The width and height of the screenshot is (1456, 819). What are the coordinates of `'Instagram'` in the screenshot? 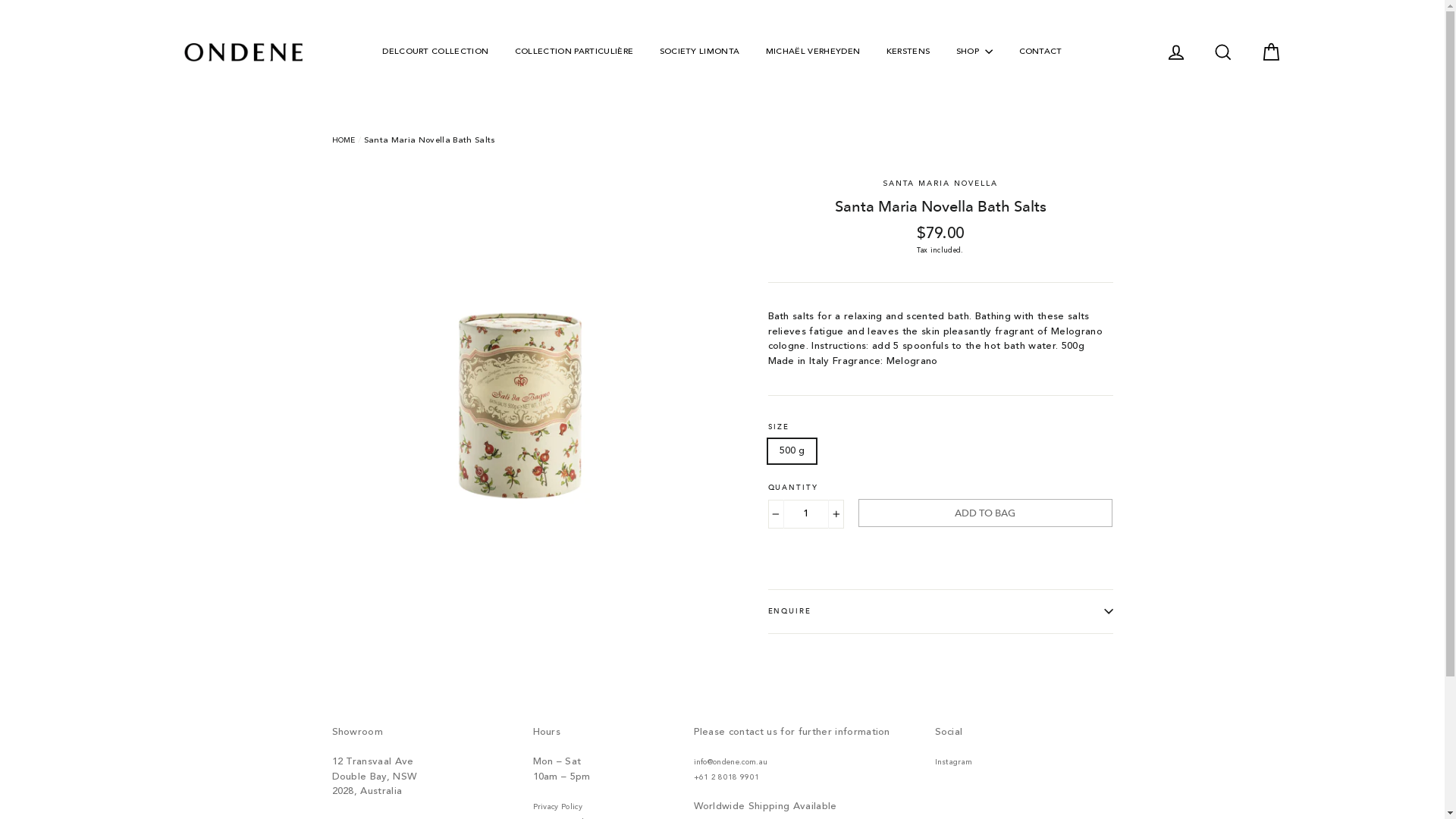 It's located at (952, 762).